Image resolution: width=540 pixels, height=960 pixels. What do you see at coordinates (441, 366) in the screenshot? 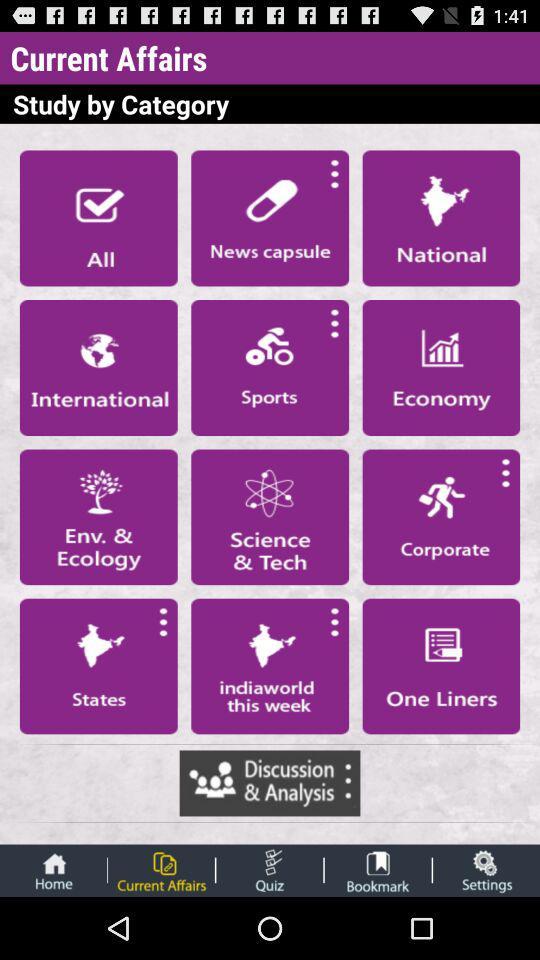
I see `open stock page` at bounding box center [441, 366].